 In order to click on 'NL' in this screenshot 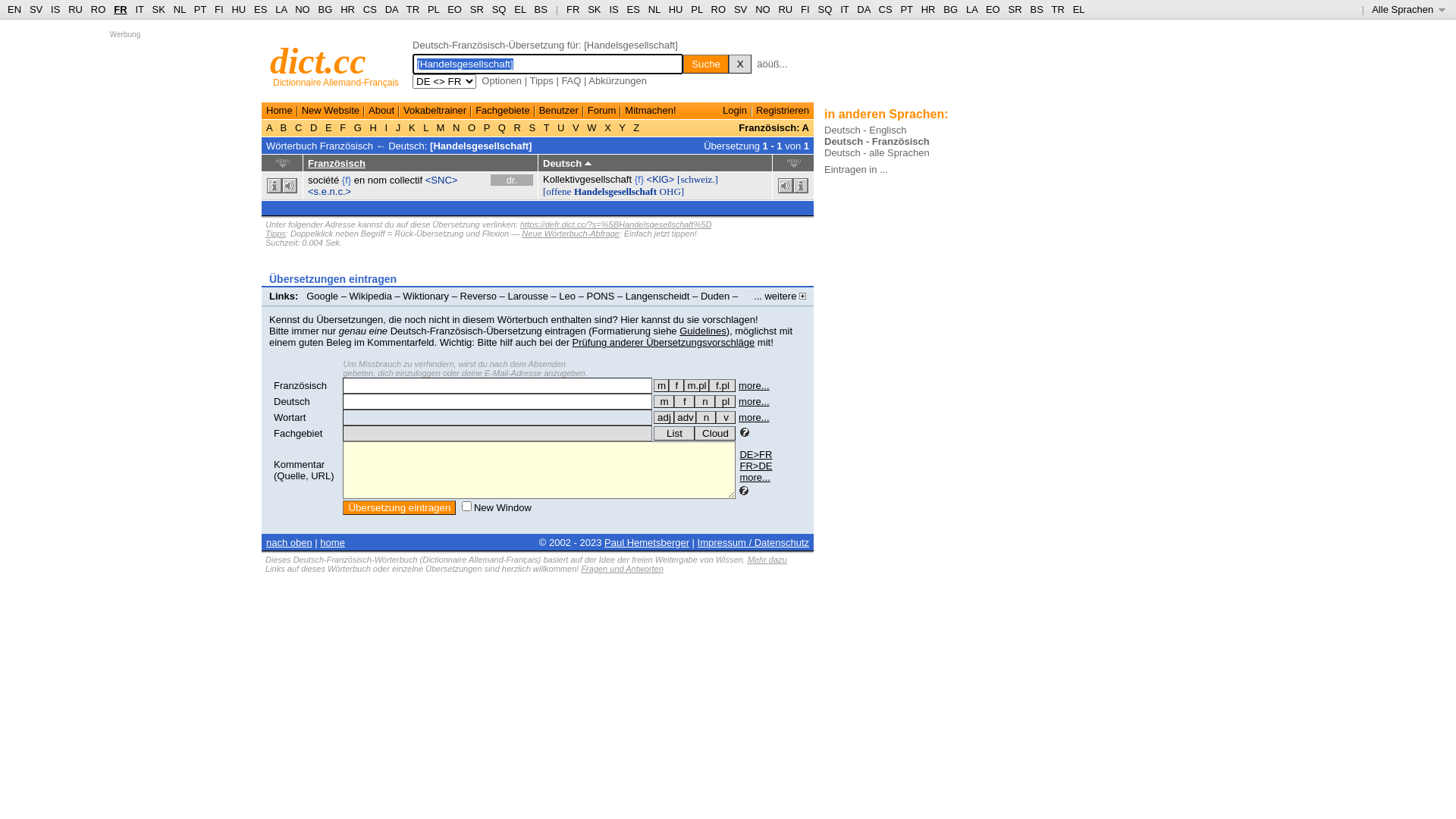, I will do `click(654, 9)`.